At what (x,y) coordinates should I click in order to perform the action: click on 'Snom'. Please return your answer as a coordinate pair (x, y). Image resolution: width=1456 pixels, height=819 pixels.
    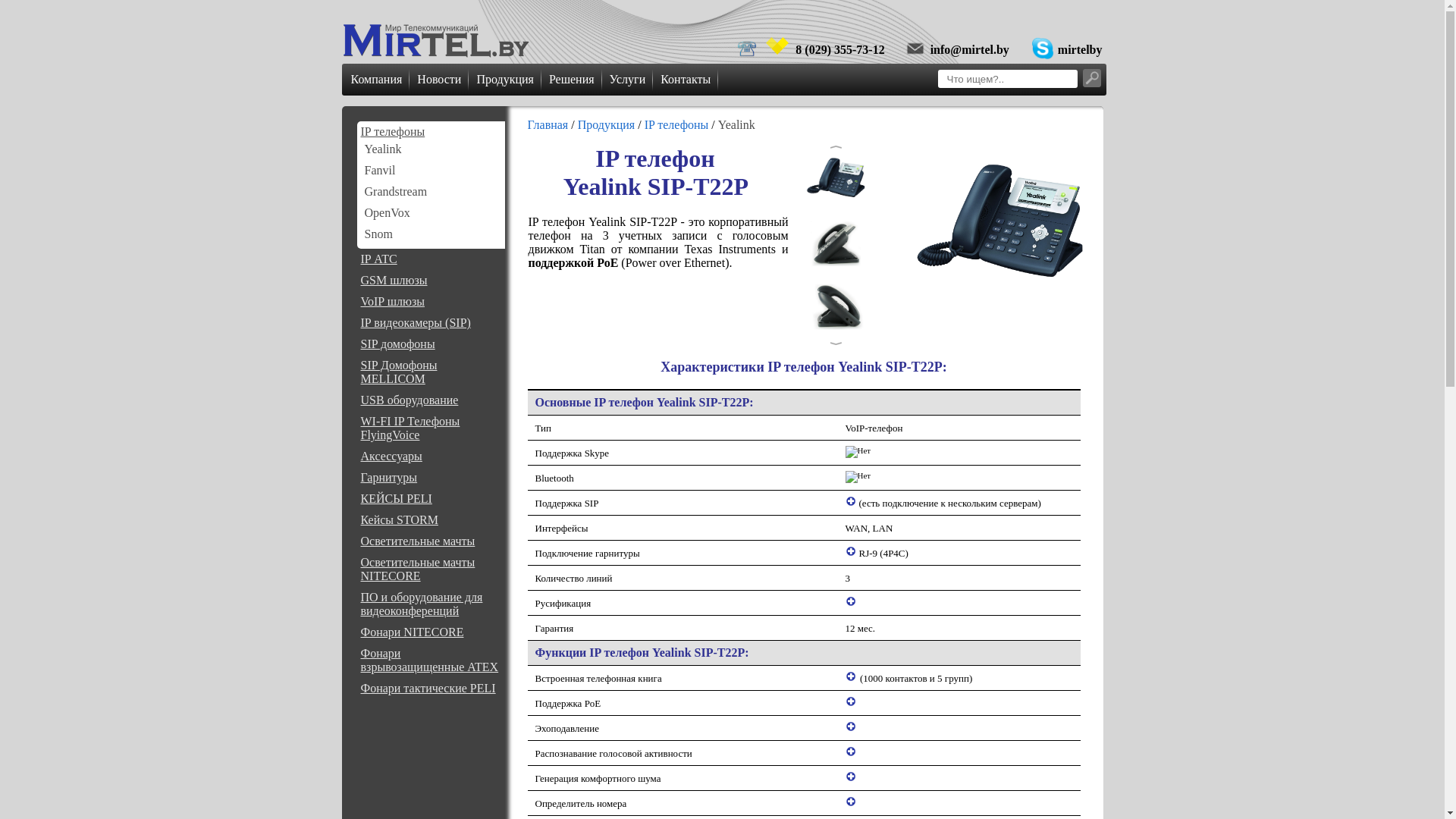
    Looking at the image, I should click on (378, 234).